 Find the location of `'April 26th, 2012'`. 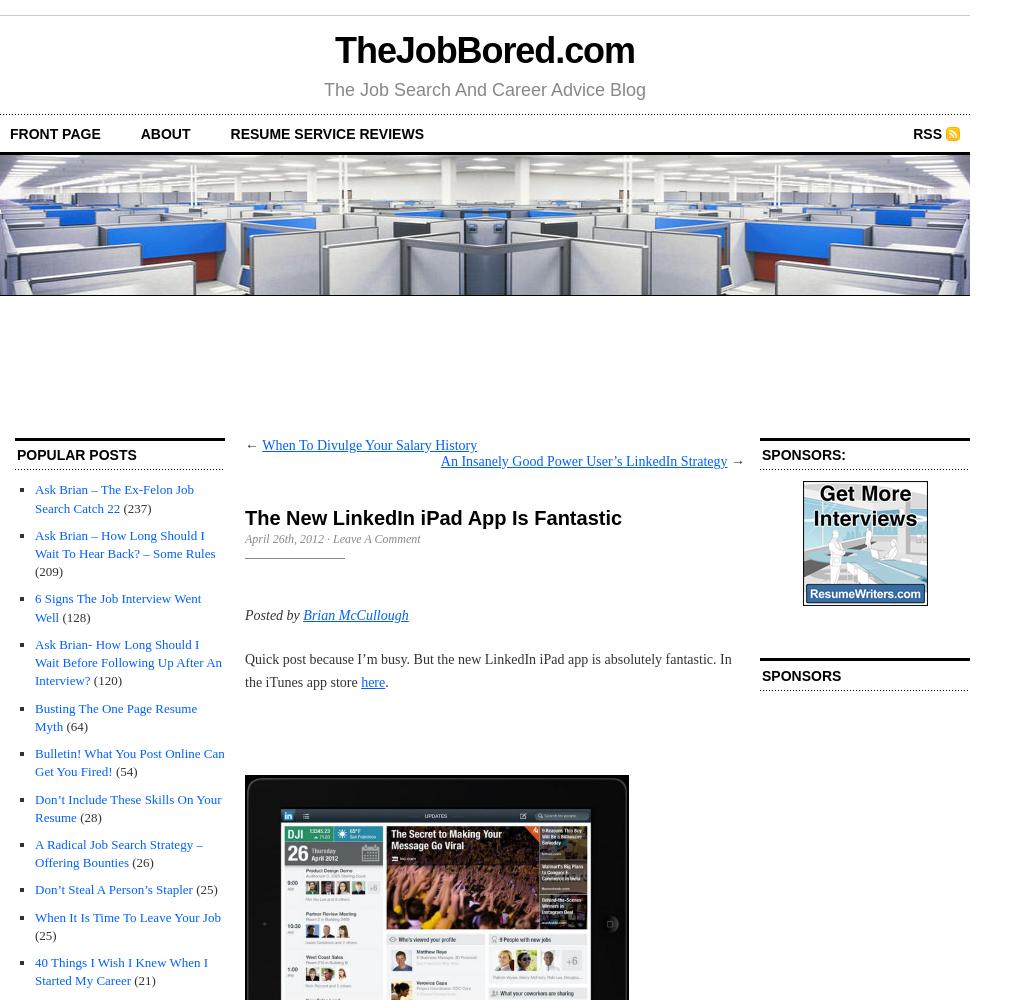

'April 26th, 2012' is located at coordinates (284, 538).